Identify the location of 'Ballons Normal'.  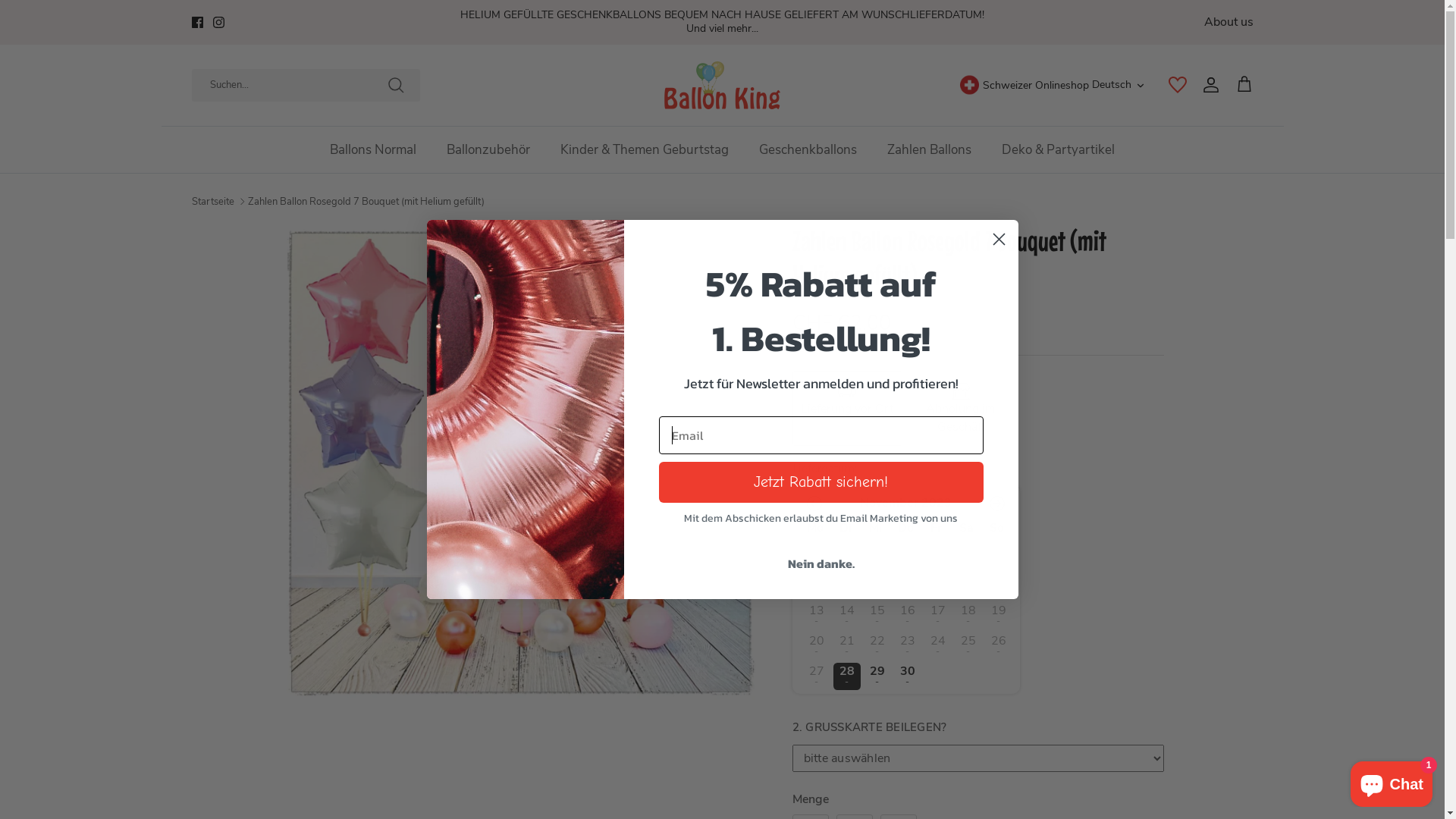
(372, 149).